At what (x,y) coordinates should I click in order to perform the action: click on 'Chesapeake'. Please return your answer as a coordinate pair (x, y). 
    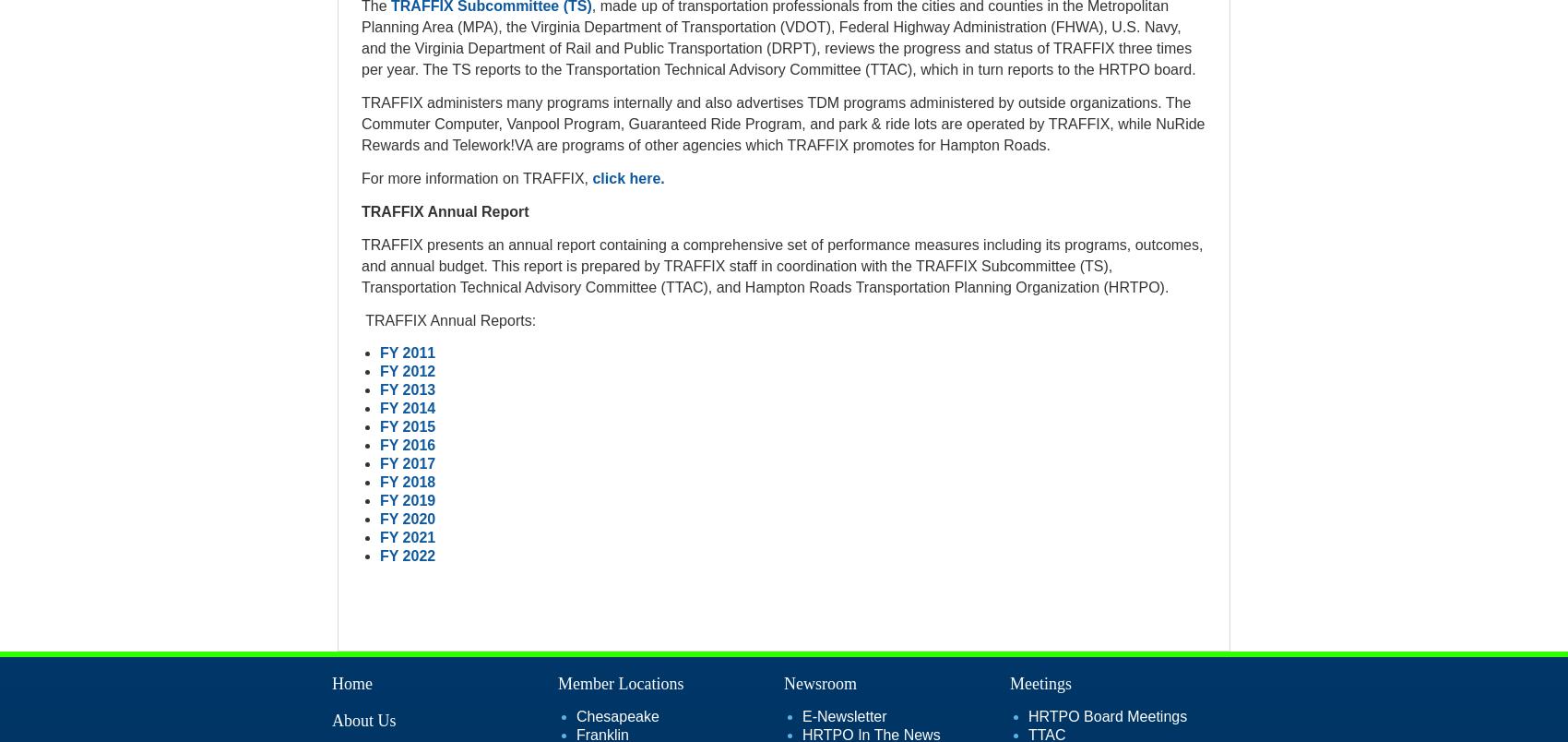
    Looking at the image, I should click on (616, 715).